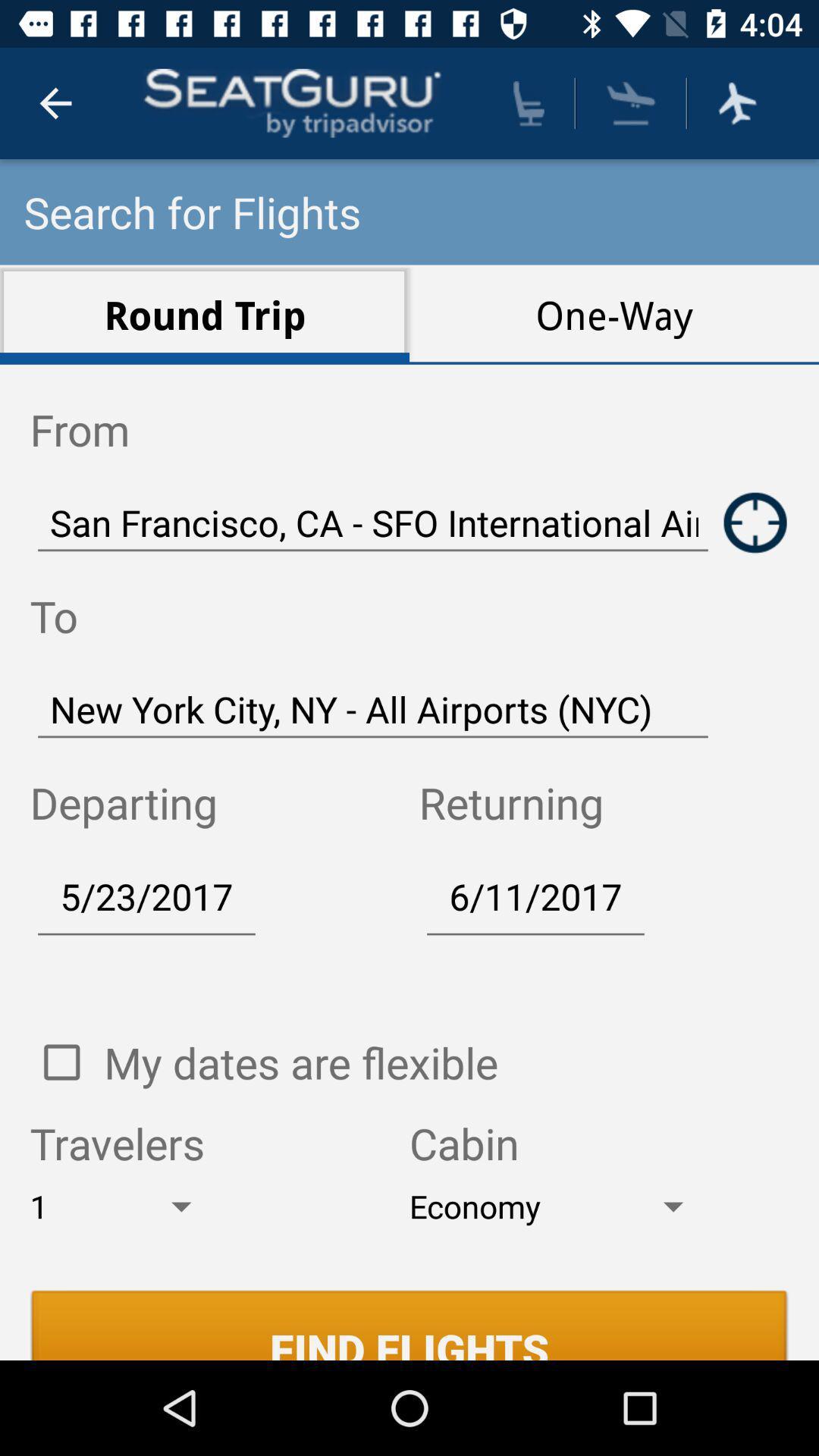 This screenshot has height=1456, width=819. I want to click on the icon above travelers, so click(301, 1062).